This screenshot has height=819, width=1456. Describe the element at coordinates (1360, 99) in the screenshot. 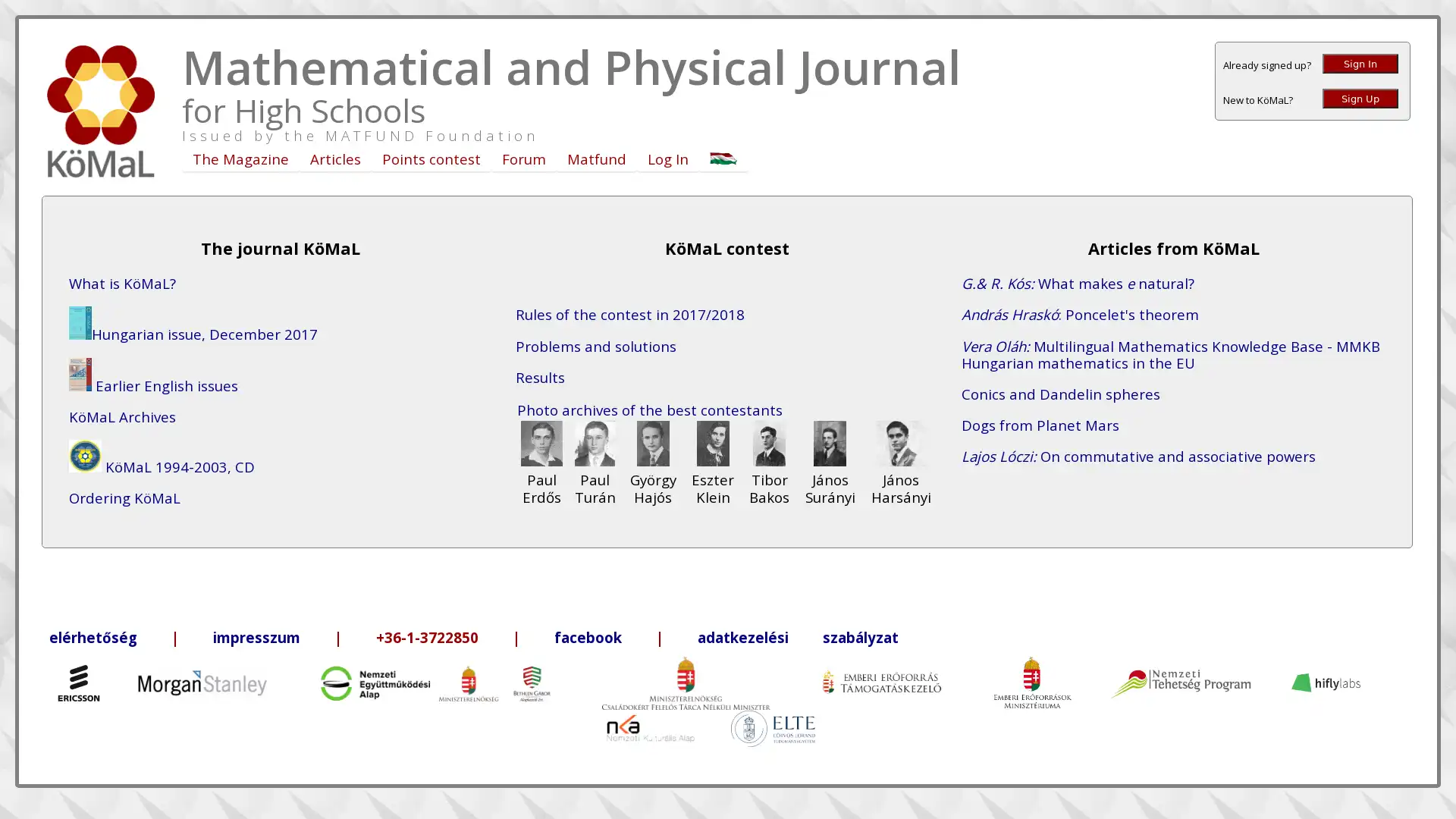

I see `Sign Up` at that location.